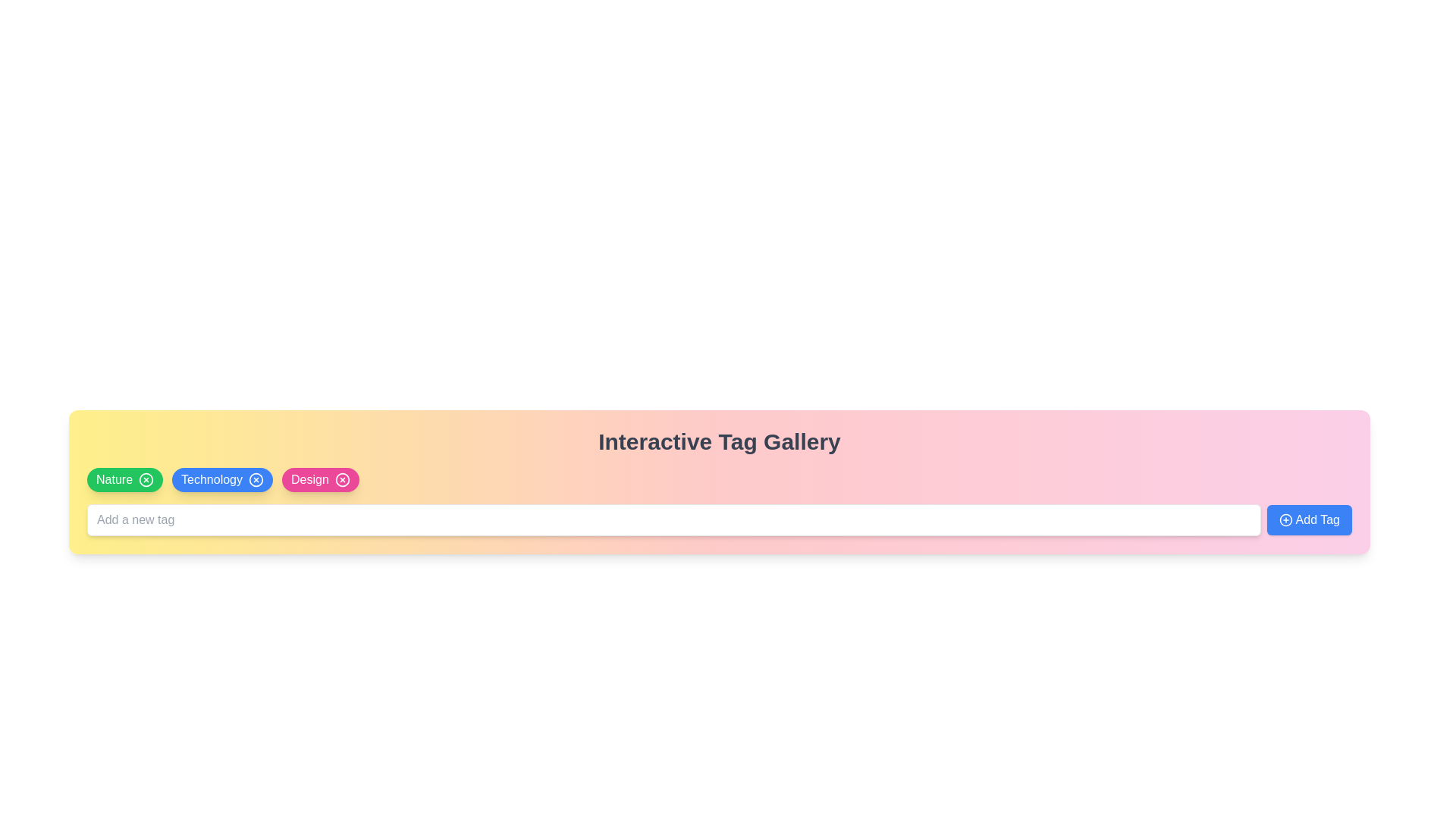 This screenshot has width=1456, height=819. What do you see at coordinates (114, 479) in the screenshot?
I see `the 'Nature' tag label within the styled tag component in the Interactive Tag Gallery section` at bounding box center [114, 479].